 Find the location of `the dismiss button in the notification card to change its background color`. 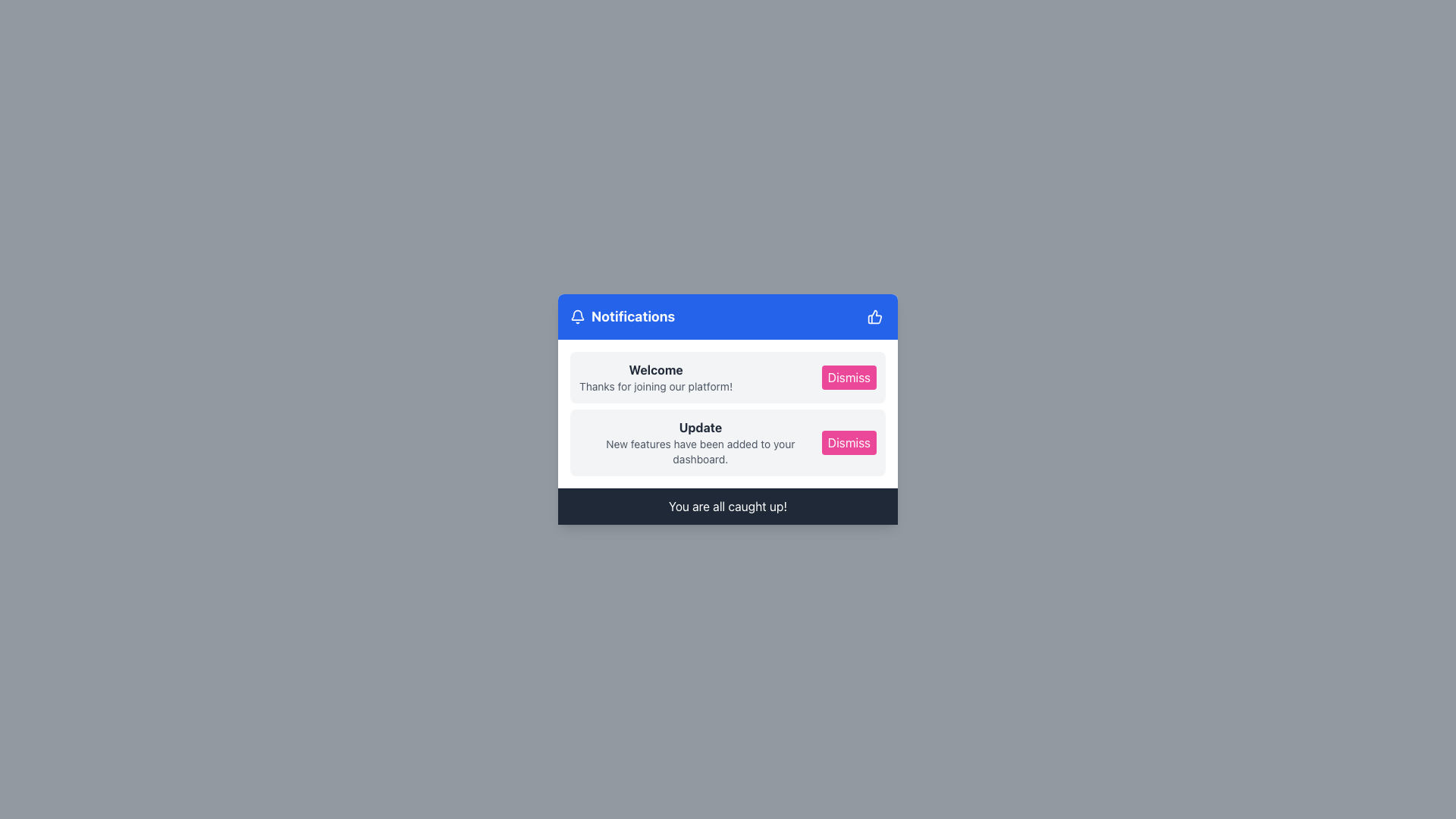

the dismiss button in the notification card to change its background color is located at coordinates (848, 376).